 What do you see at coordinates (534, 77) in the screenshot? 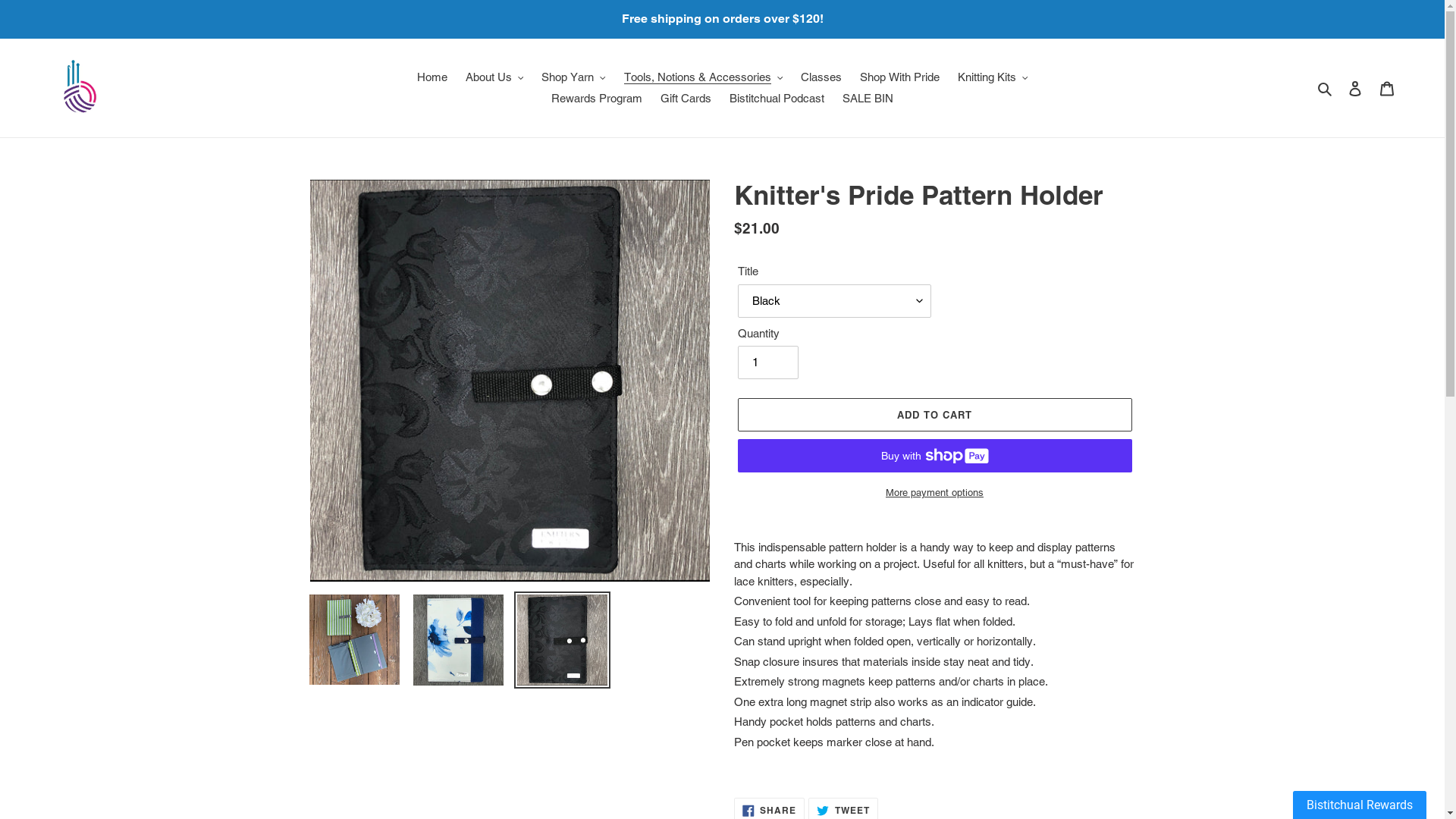
I see `'Shop Yarn'` at bounding box center [534, 77].